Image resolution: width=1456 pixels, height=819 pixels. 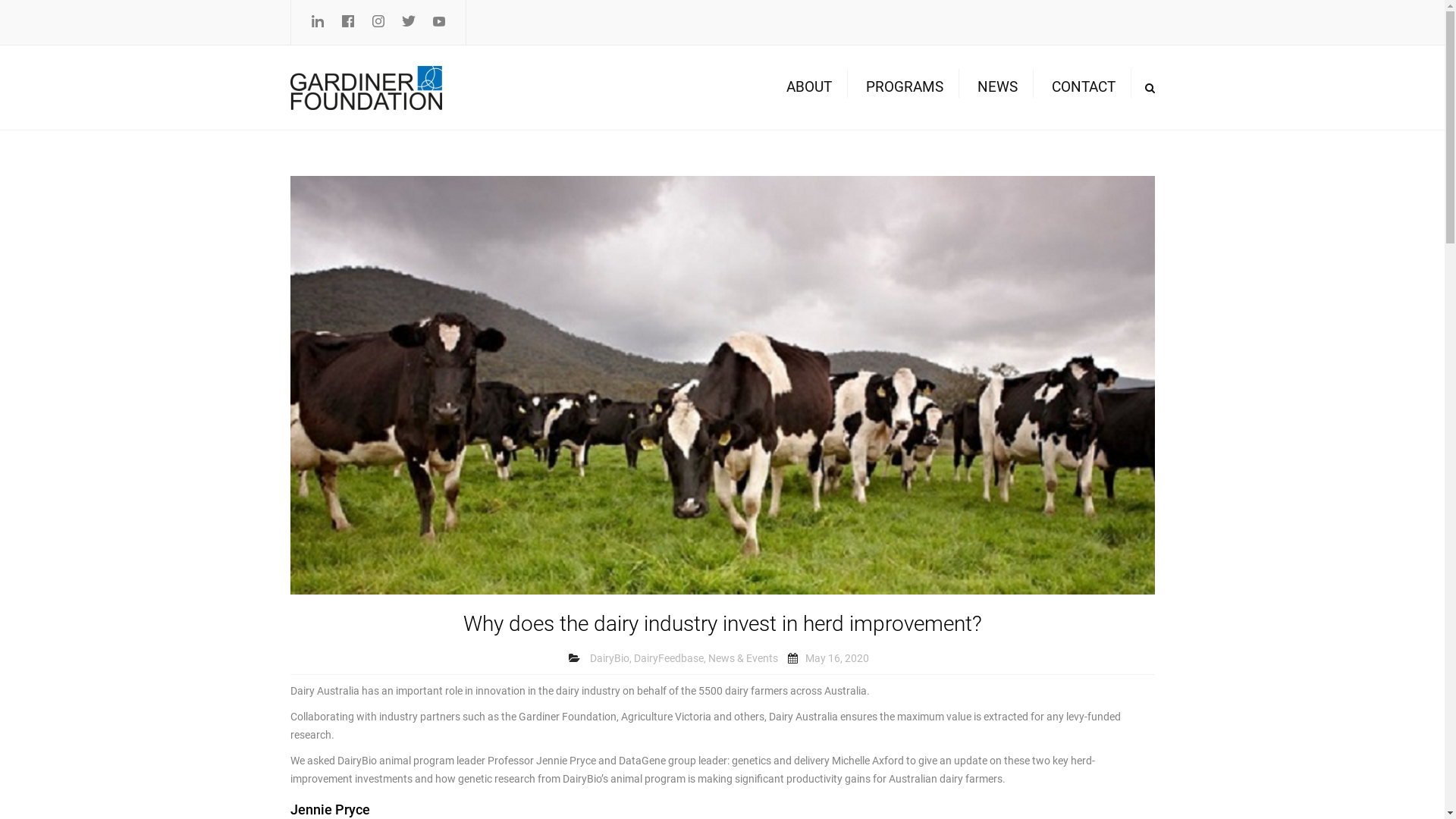 I want to click on 'PROGRAMS', so click(x=858, y=87).